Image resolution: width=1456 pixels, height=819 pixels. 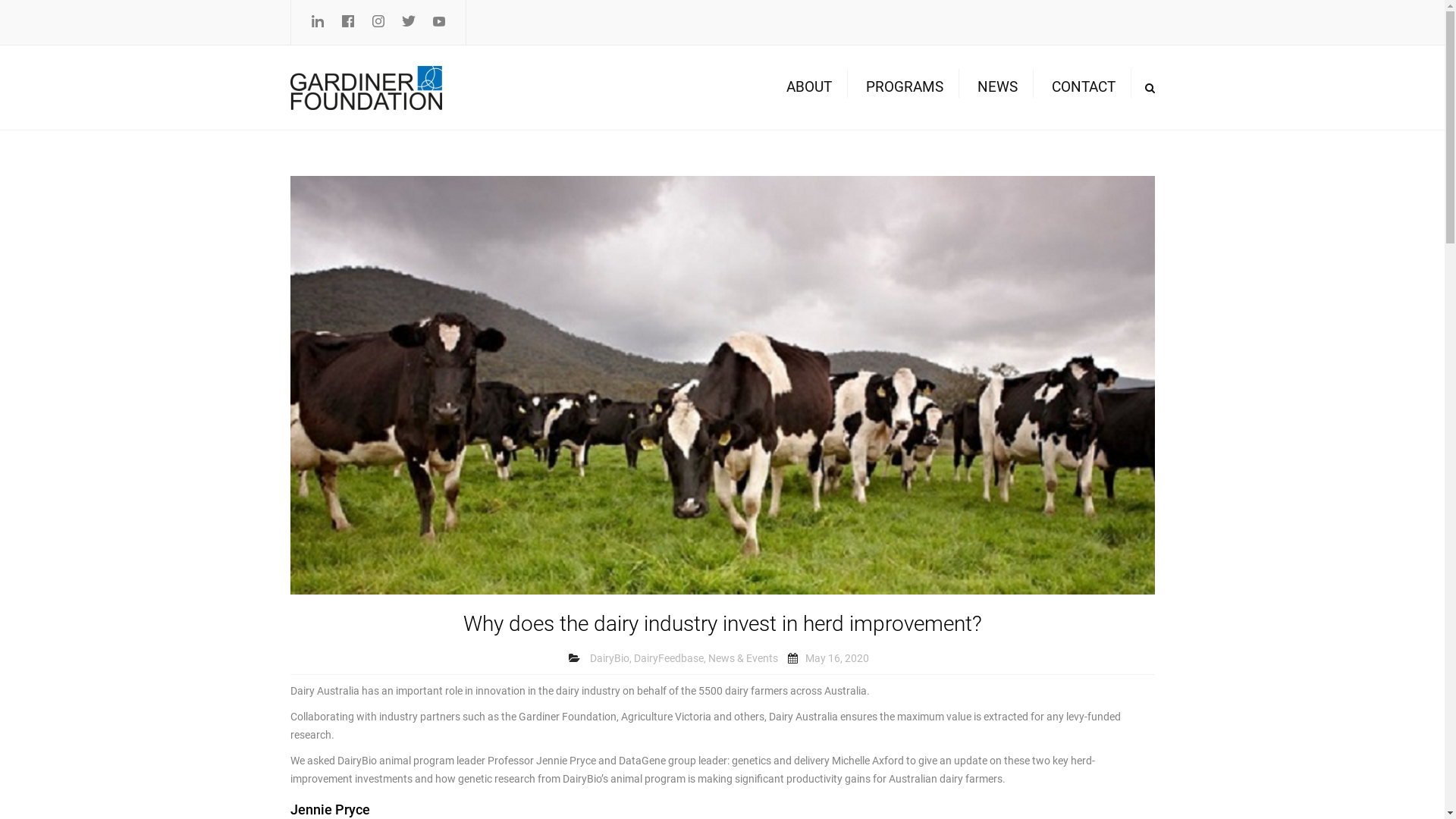 I want to click on 'PROGRAMS', so click(x=858, y=87).